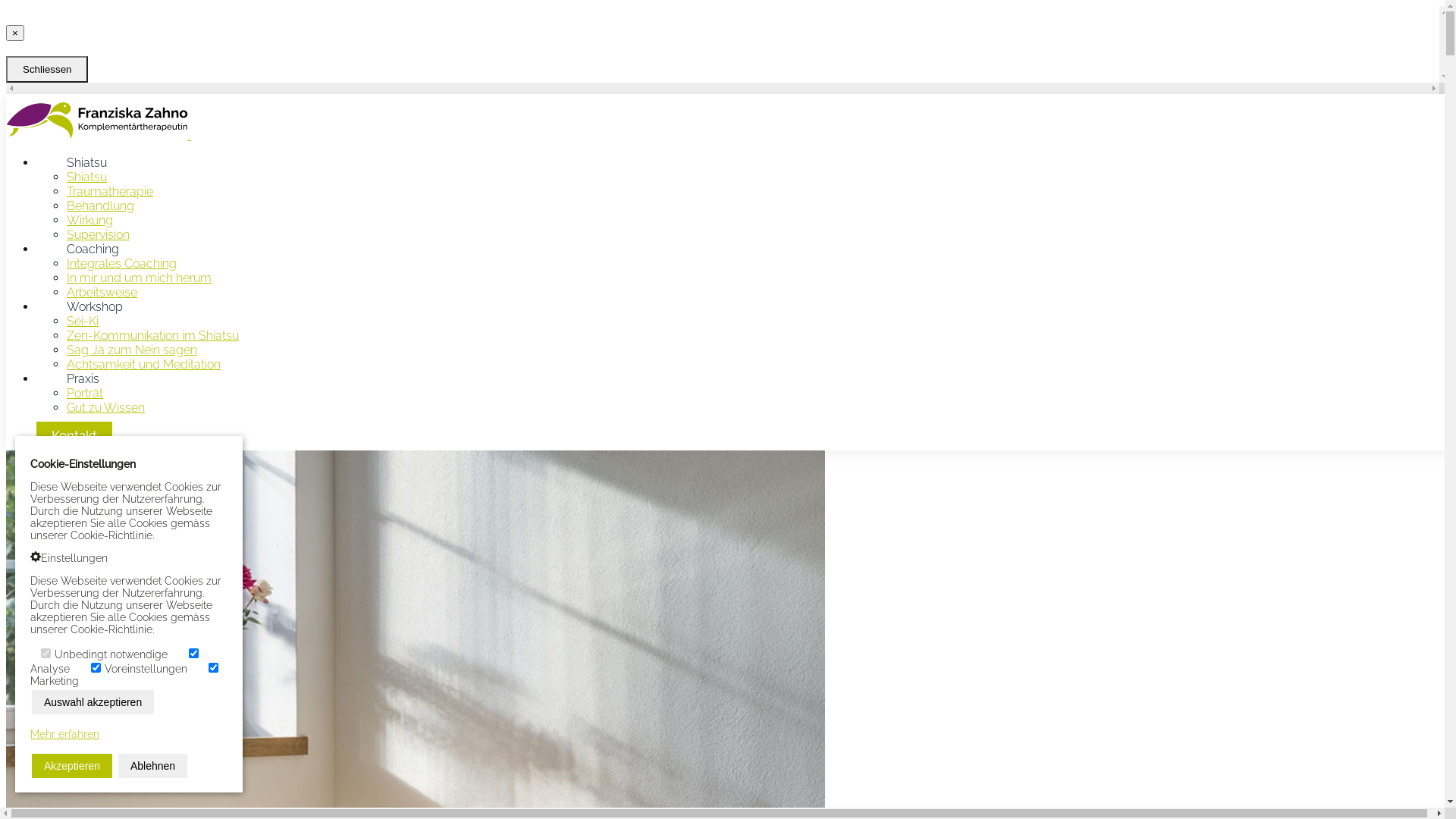  Describe the element at coordinates (143, 364) in the screenshot. I see `'Achtsamkeit und Meditation'` at that location.